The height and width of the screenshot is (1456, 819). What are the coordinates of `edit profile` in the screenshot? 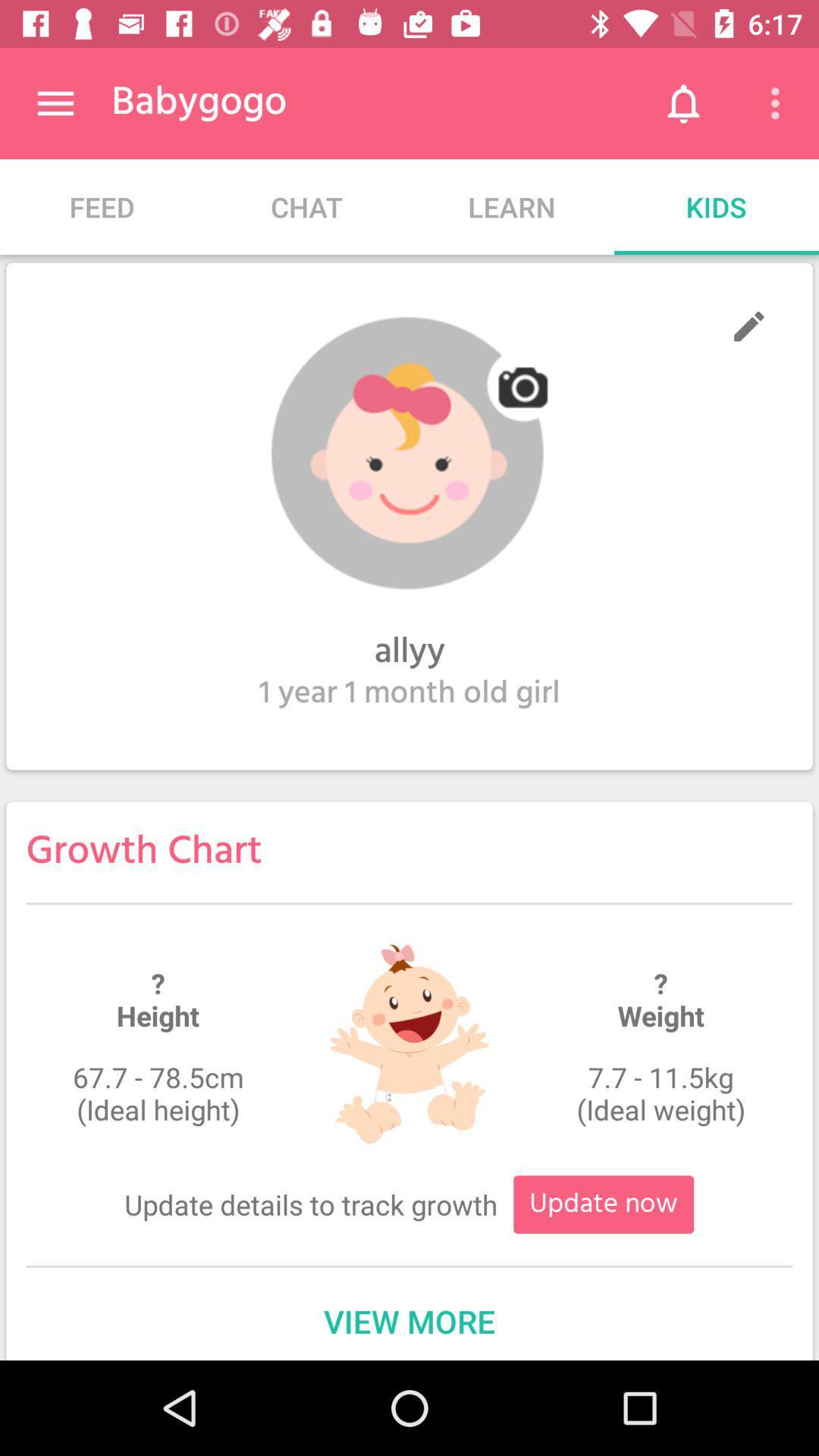 It's located at (748, 325).